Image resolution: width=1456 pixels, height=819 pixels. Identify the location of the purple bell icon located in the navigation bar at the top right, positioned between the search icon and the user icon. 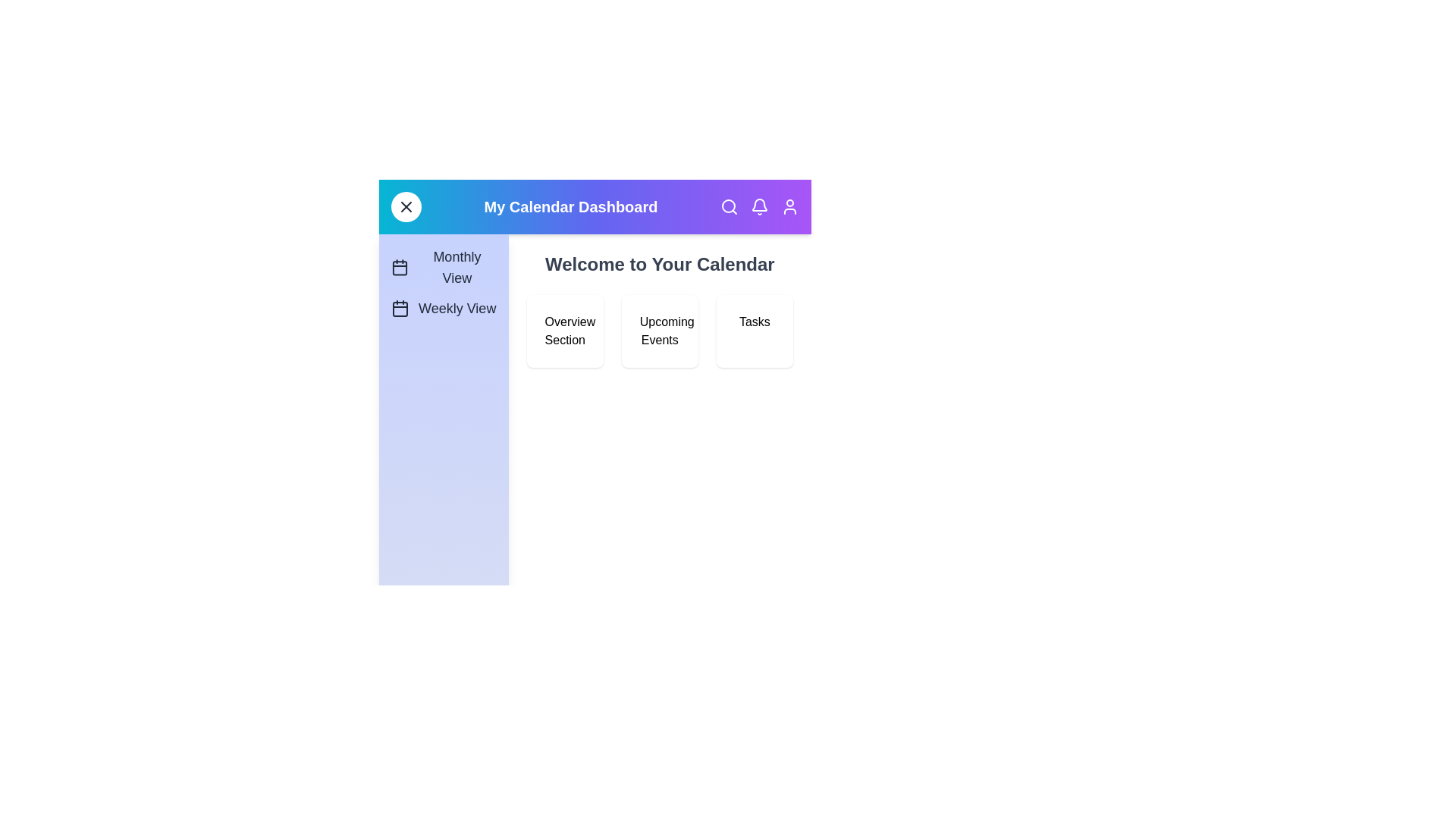
(760, 207).